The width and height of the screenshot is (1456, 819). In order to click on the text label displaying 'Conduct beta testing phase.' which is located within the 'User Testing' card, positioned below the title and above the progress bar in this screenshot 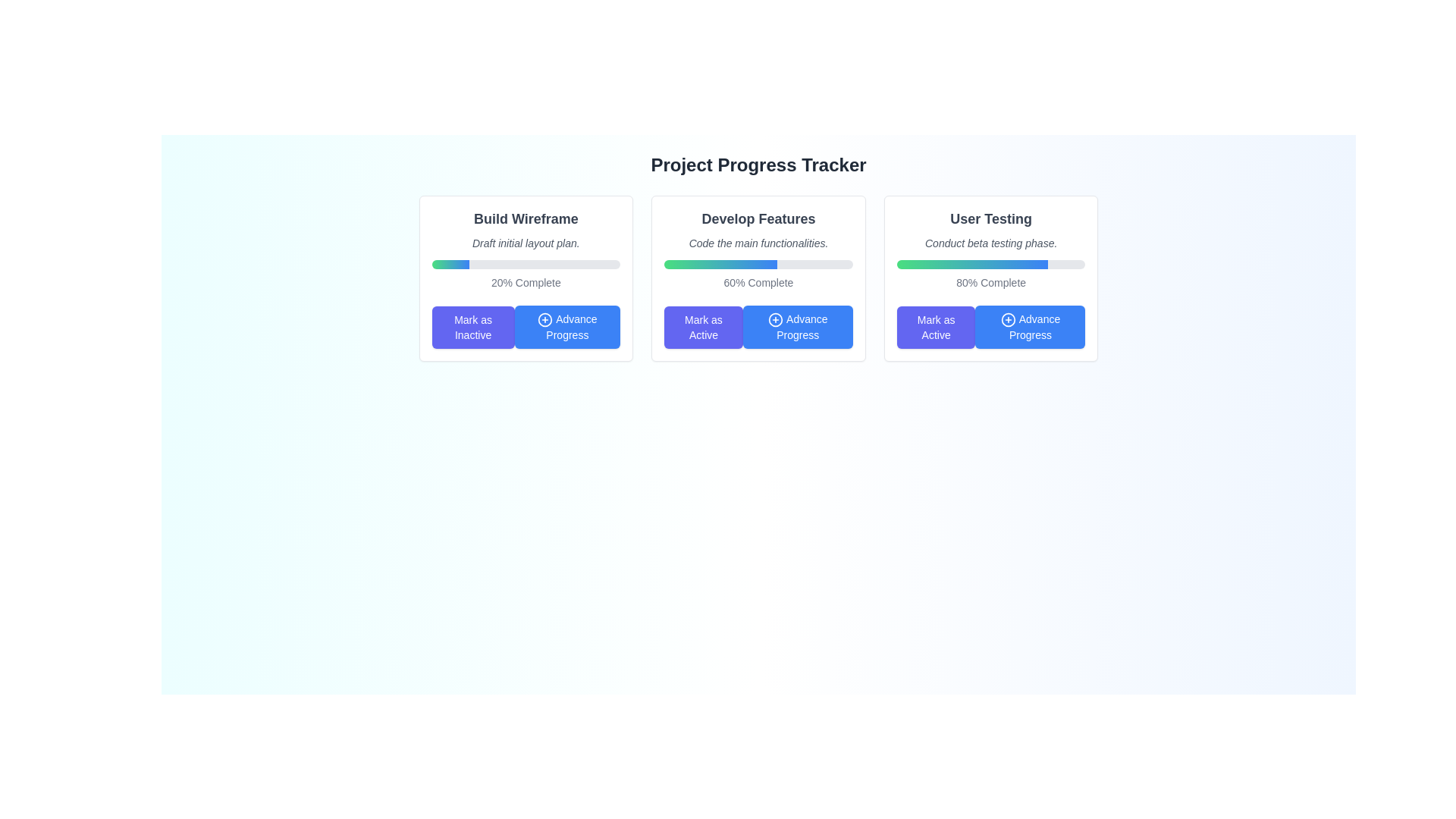, I will do `click(991, 242)`.